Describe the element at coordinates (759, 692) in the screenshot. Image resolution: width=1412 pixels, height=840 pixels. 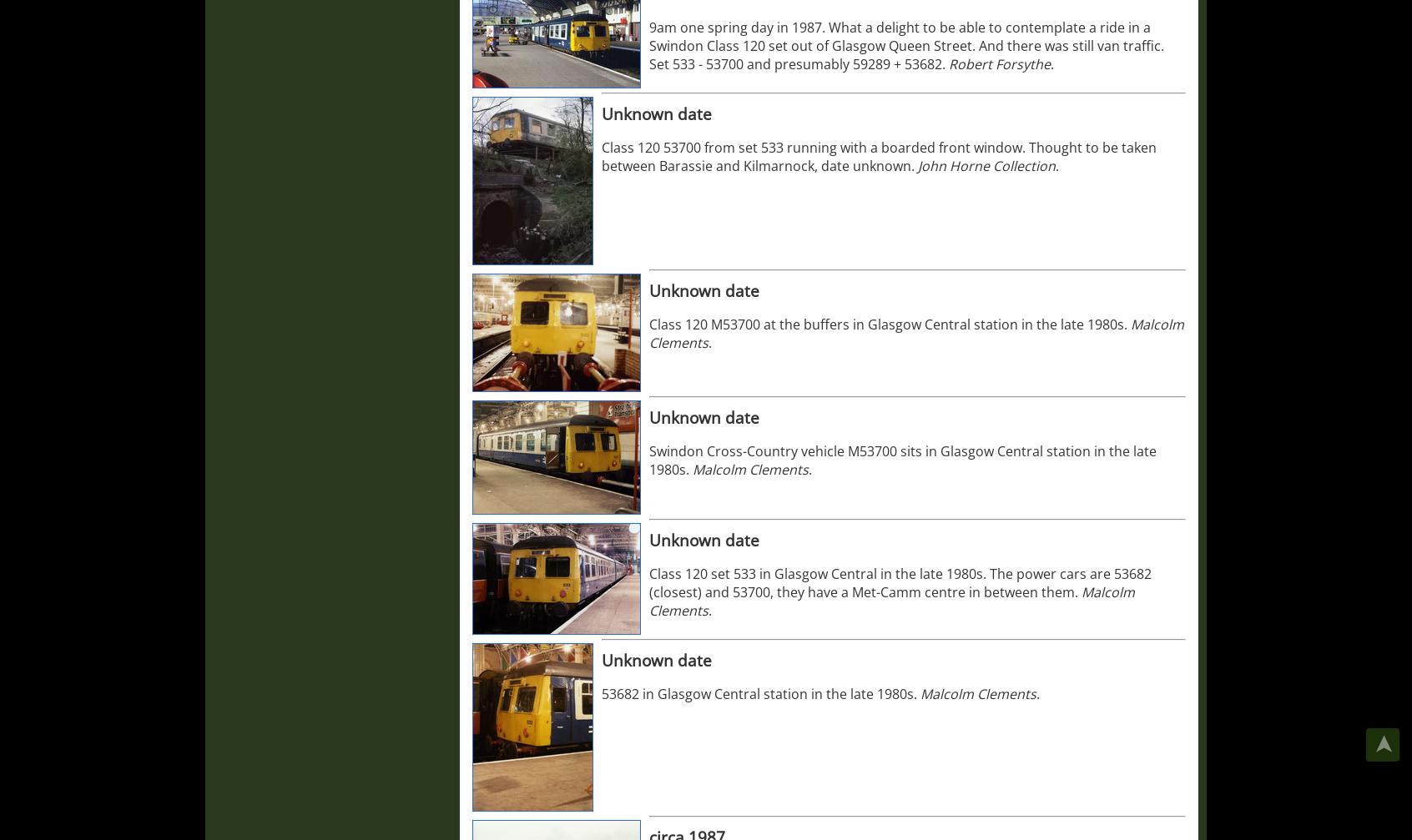
I see `'53682 in Glasgow Central station in the late 1980s.'` at that location.